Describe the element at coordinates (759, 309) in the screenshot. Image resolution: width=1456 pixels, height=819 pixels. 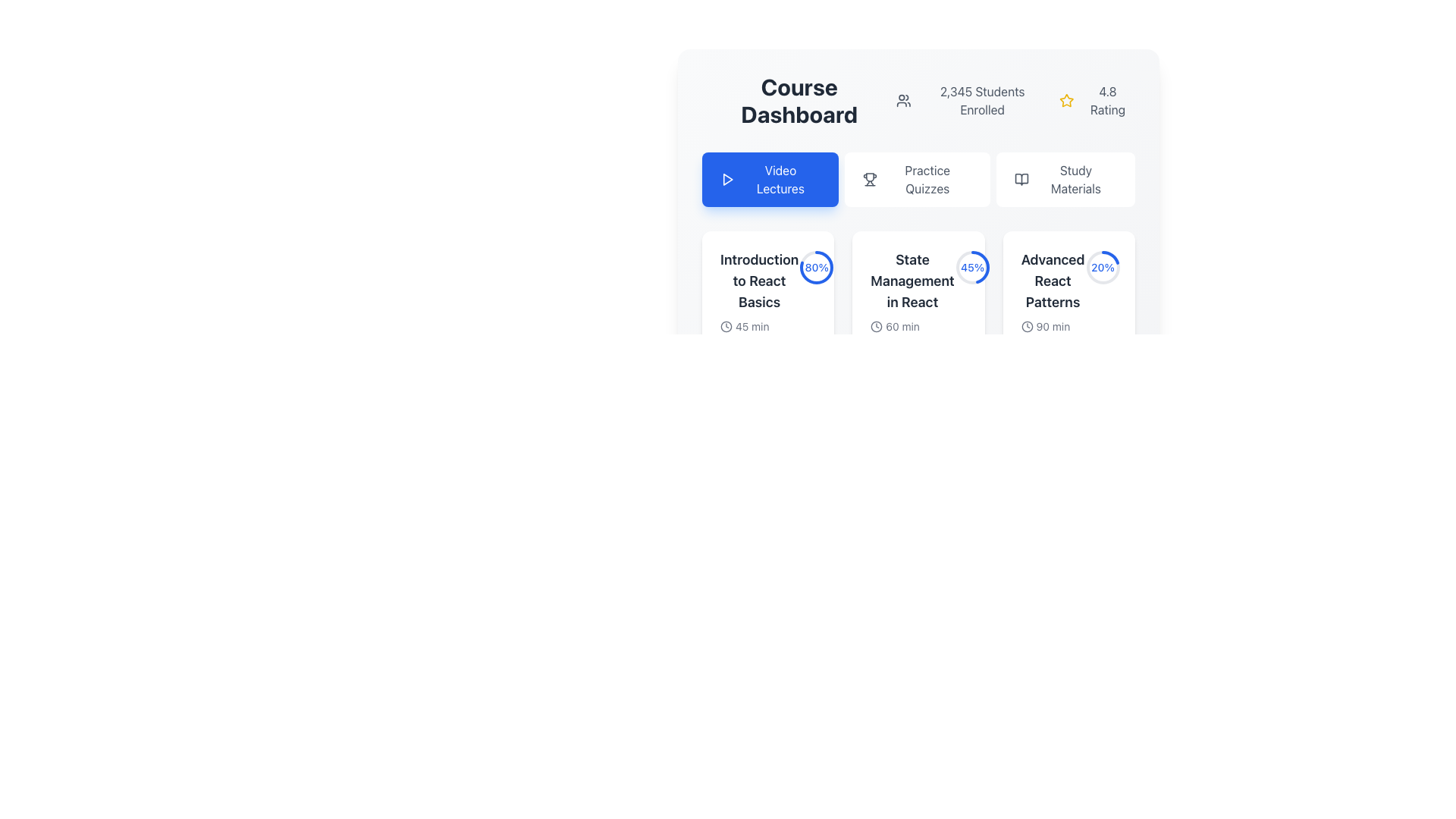
I see `the Content card for the course 'Introduction to React Basics', which is the leftmost item in the row of course cards` at that location.